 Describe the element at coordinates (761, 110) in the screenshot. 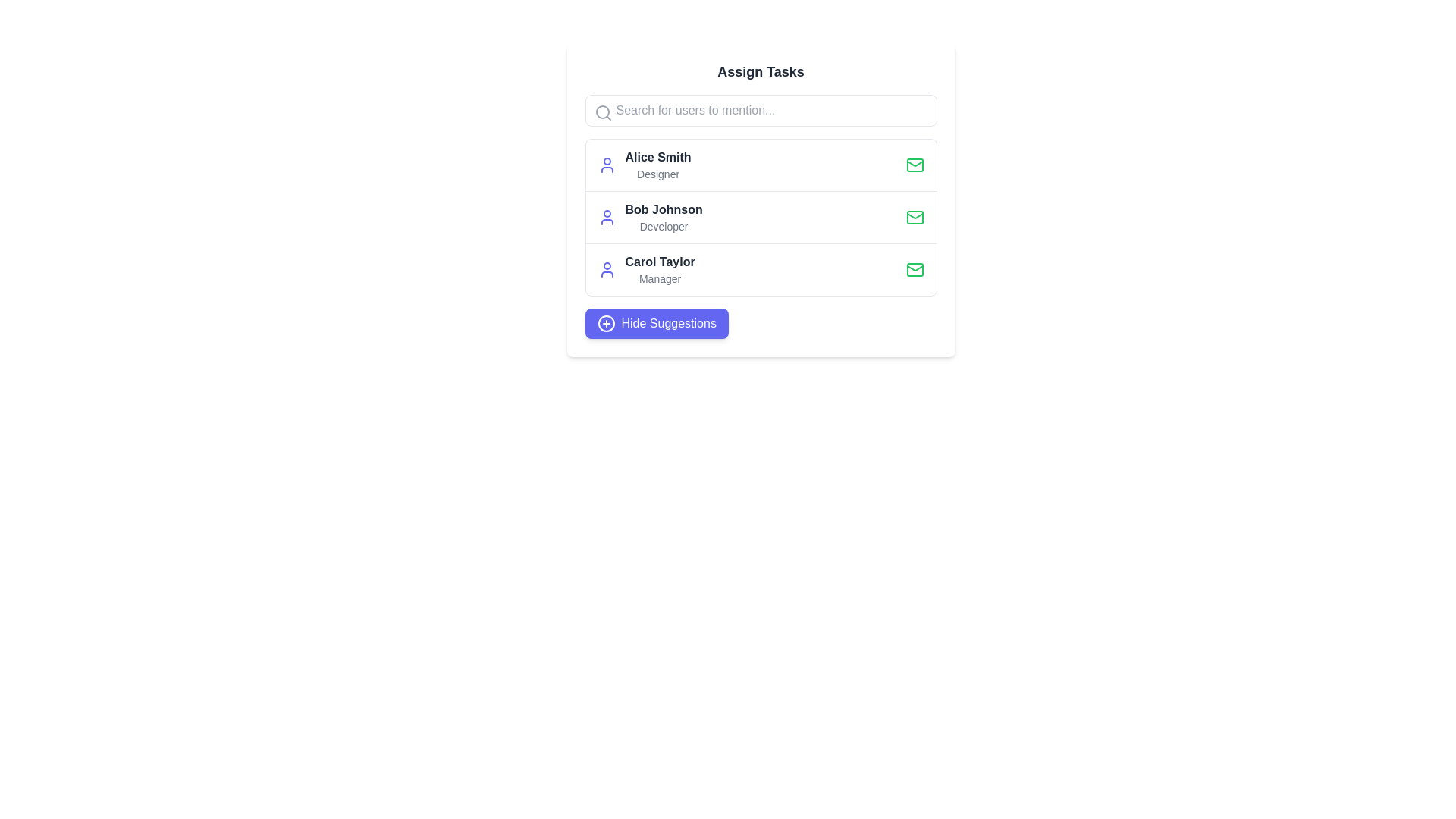

I see `the text input field with the placeholder 'Search for users to mention...' located below the title 'Assign Tasks' to focus the input field` at that location.